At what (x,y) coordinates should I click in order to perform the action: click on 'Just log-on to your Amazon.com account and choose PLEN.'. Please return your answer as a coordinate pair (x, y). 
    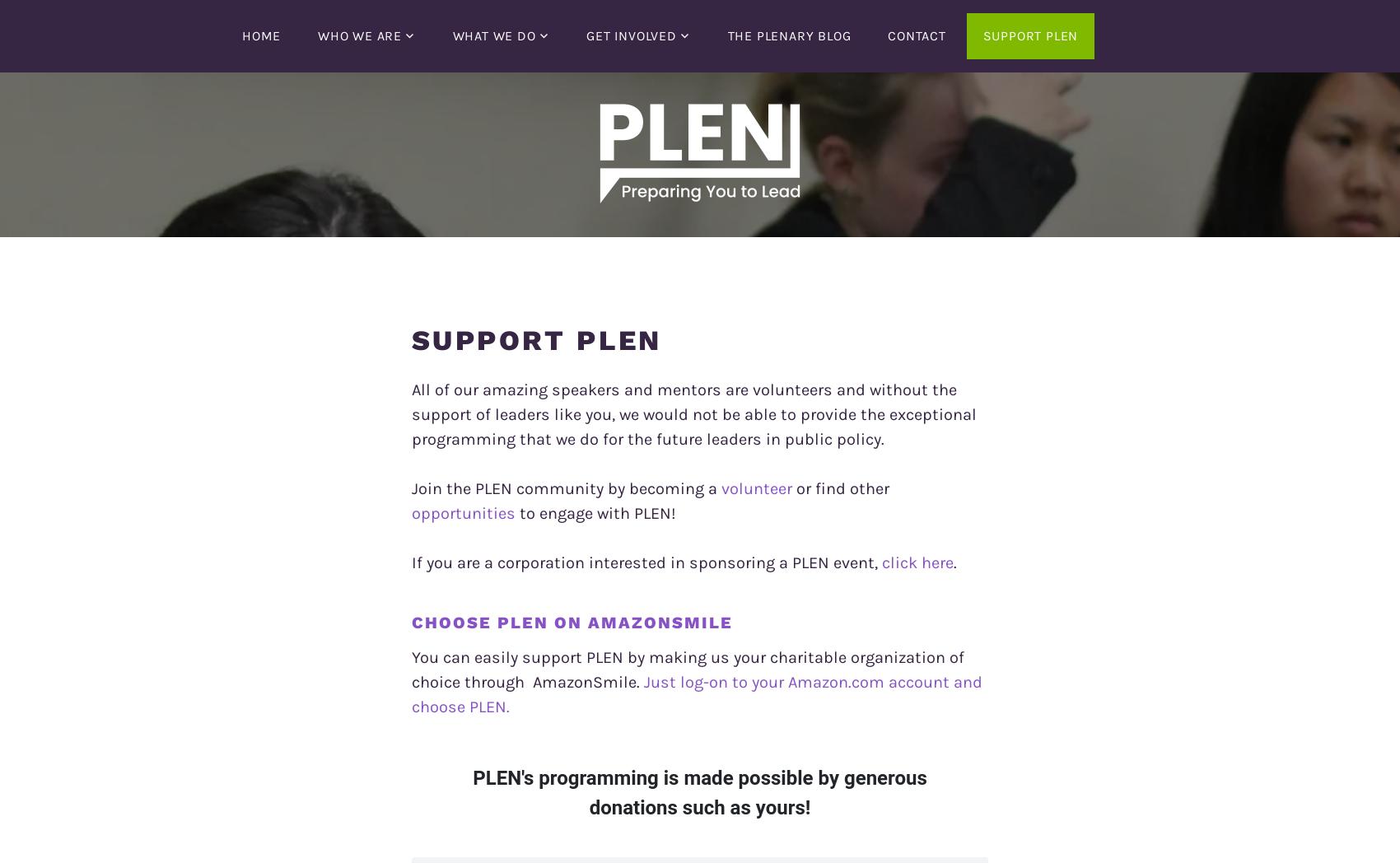
    Looking at the image, I should click on (411, 694).